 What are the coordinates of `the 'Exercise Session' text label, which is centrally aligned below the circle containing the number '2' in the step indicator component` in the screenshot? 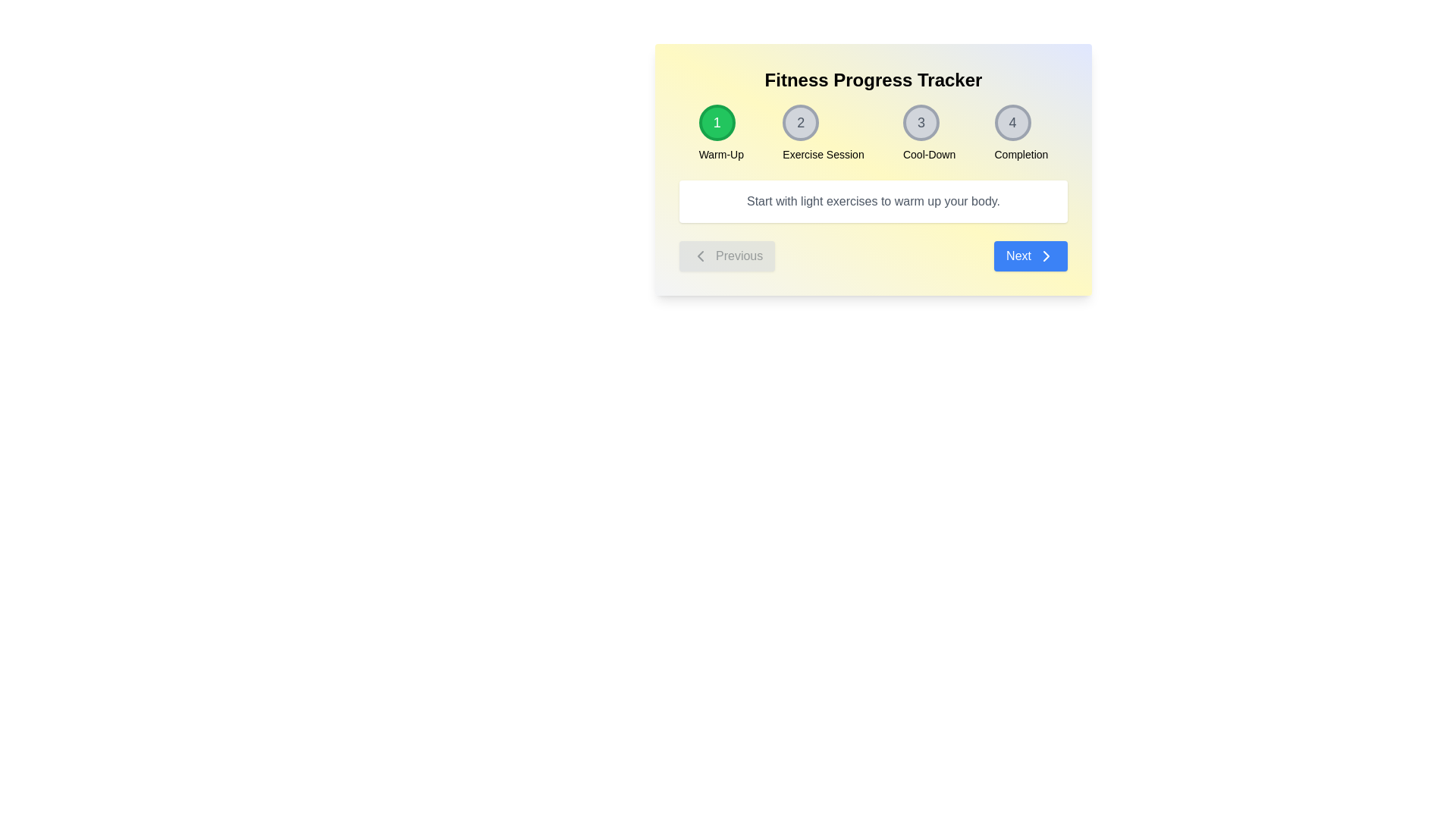 It's located at (822, 155).